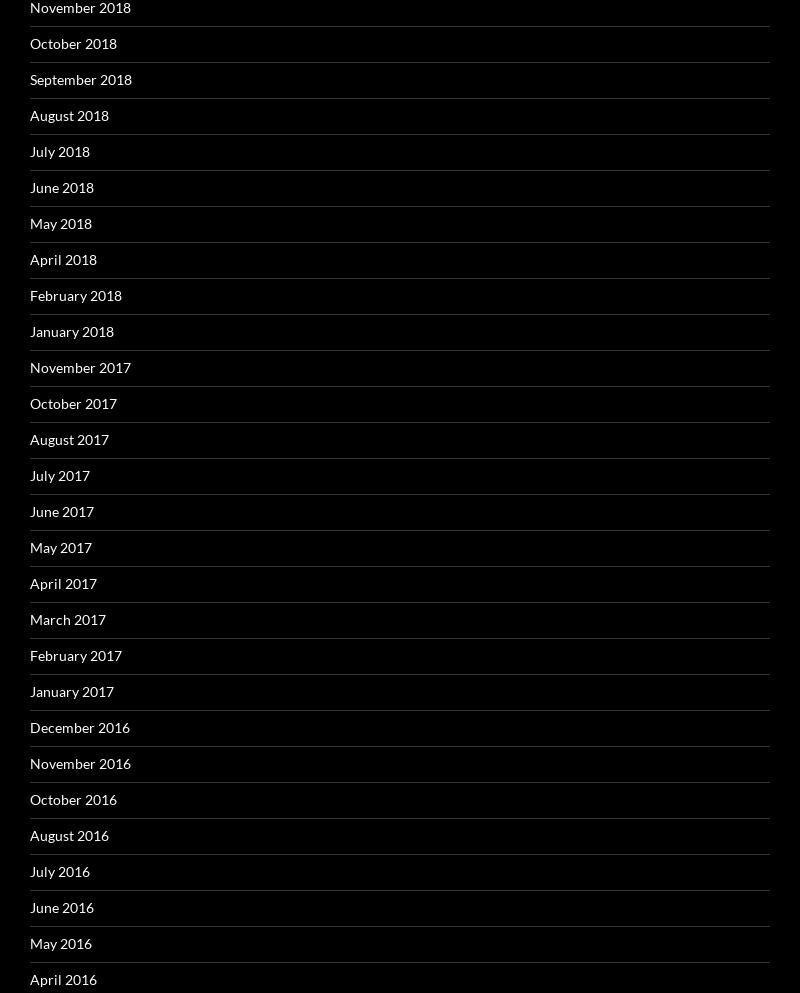  I want to click on 'October 2018', so click(73, 42).